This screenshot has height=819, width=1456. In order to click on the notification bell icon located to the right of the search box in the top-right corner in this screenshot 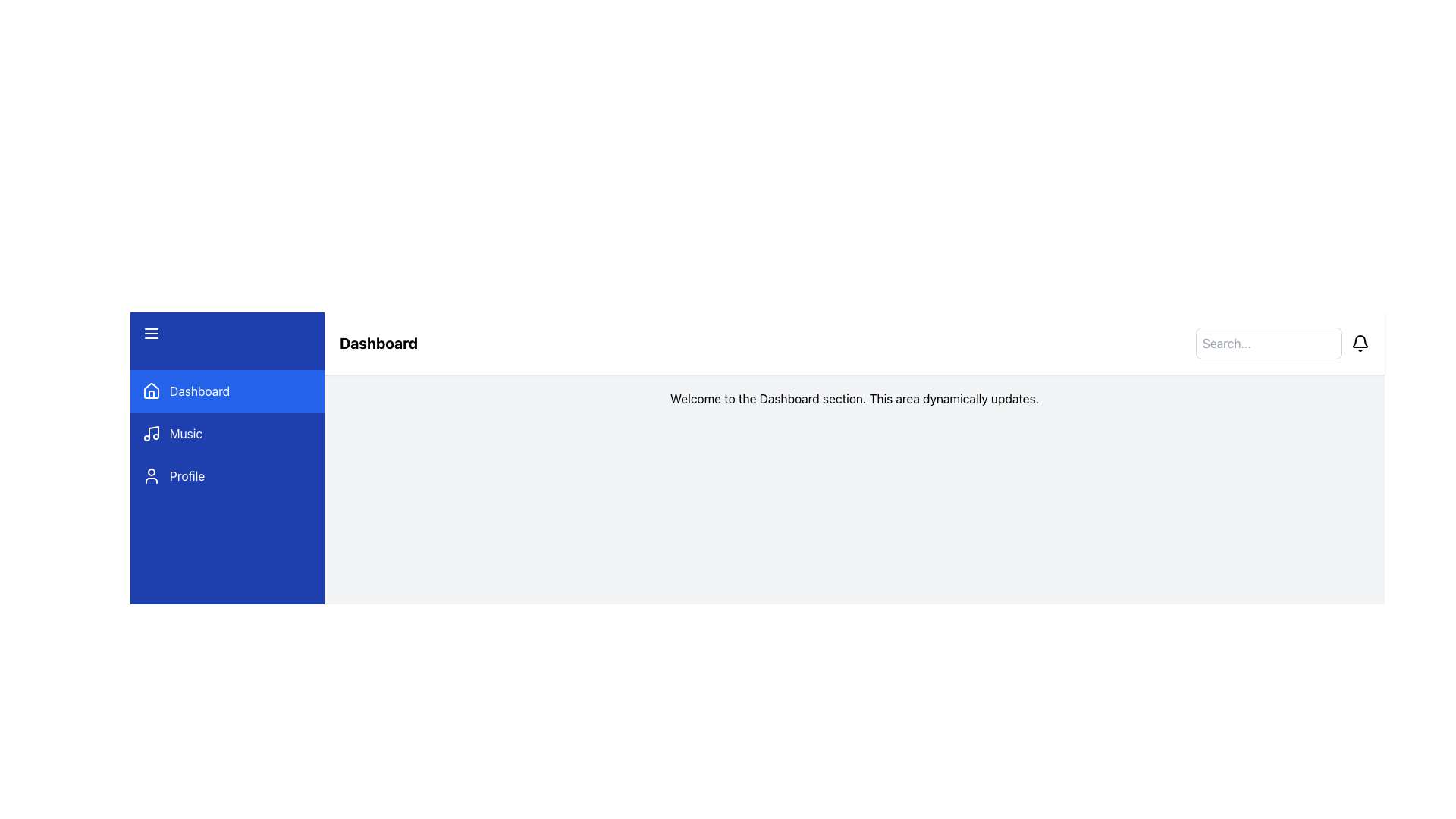, I will do `click(1360, 343)`.